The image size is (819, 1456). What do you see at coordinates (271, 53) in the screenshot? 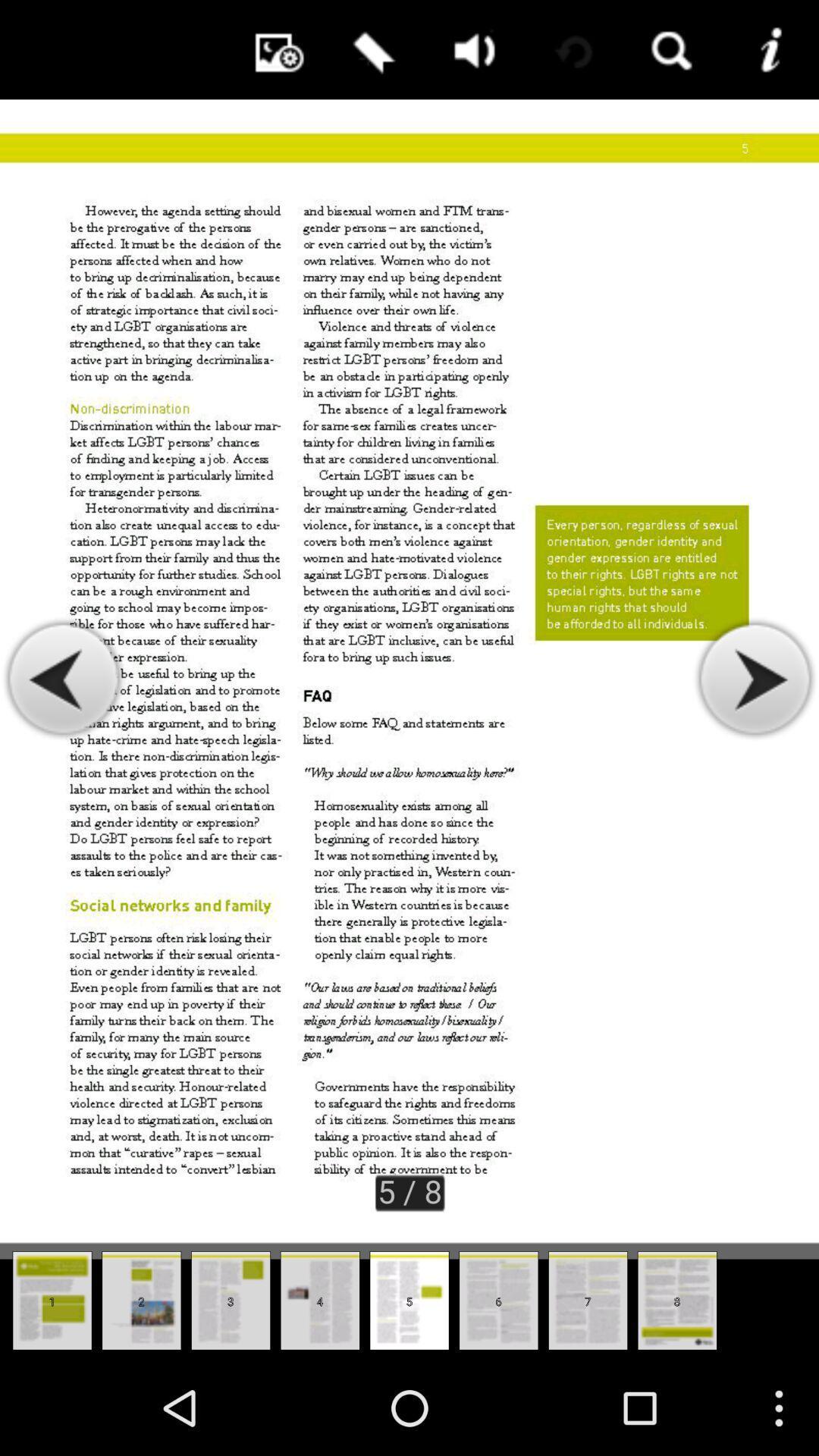
I see `the wallpaper icon` at bounding box center [271, 53].